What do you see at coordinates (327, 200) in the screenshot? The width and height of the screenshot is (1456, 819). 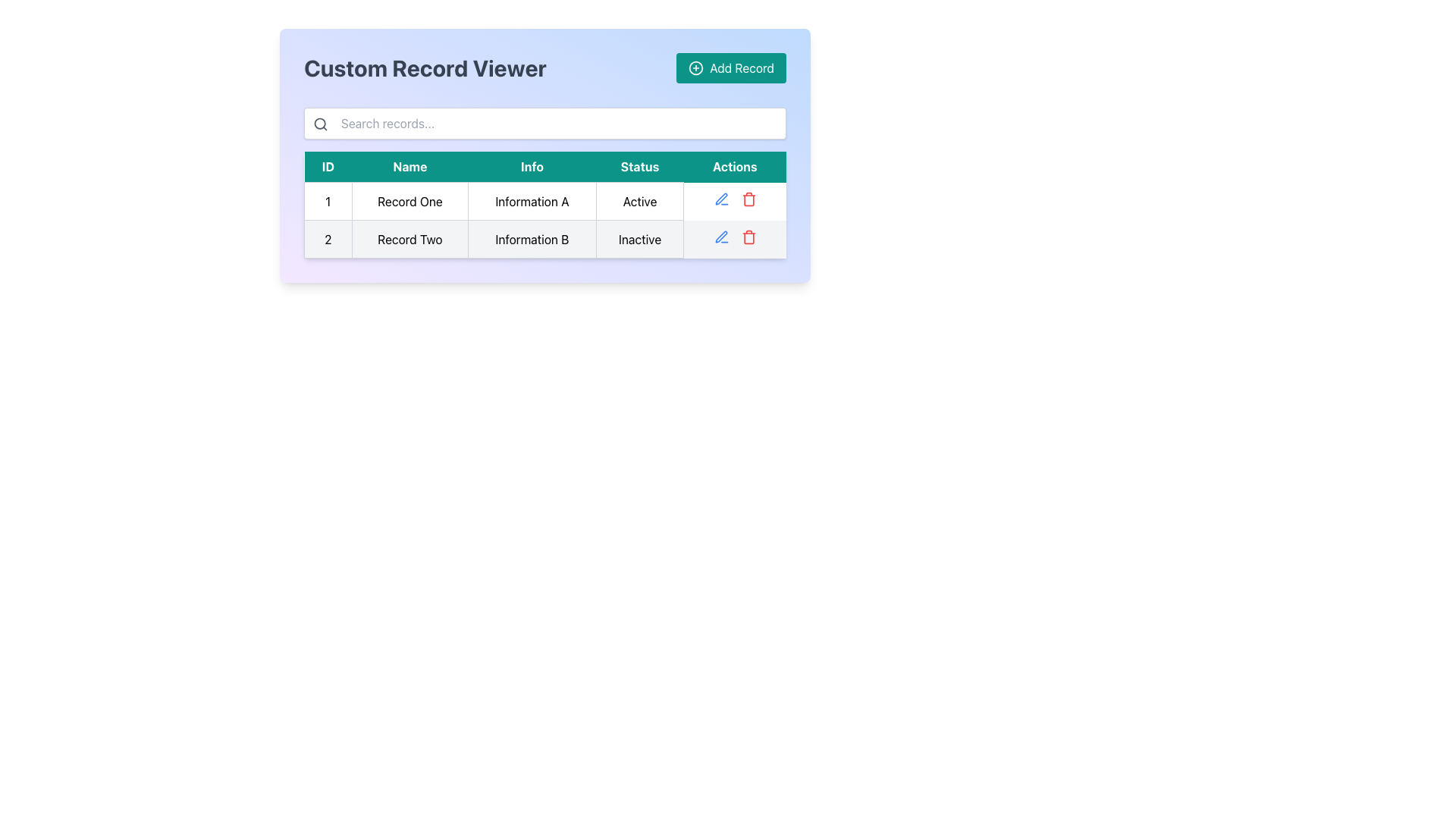 I see `text from the table cell displaying the row ID for 'Record One' in the first row under the 'ID' column` at bounding box center [327, 200].